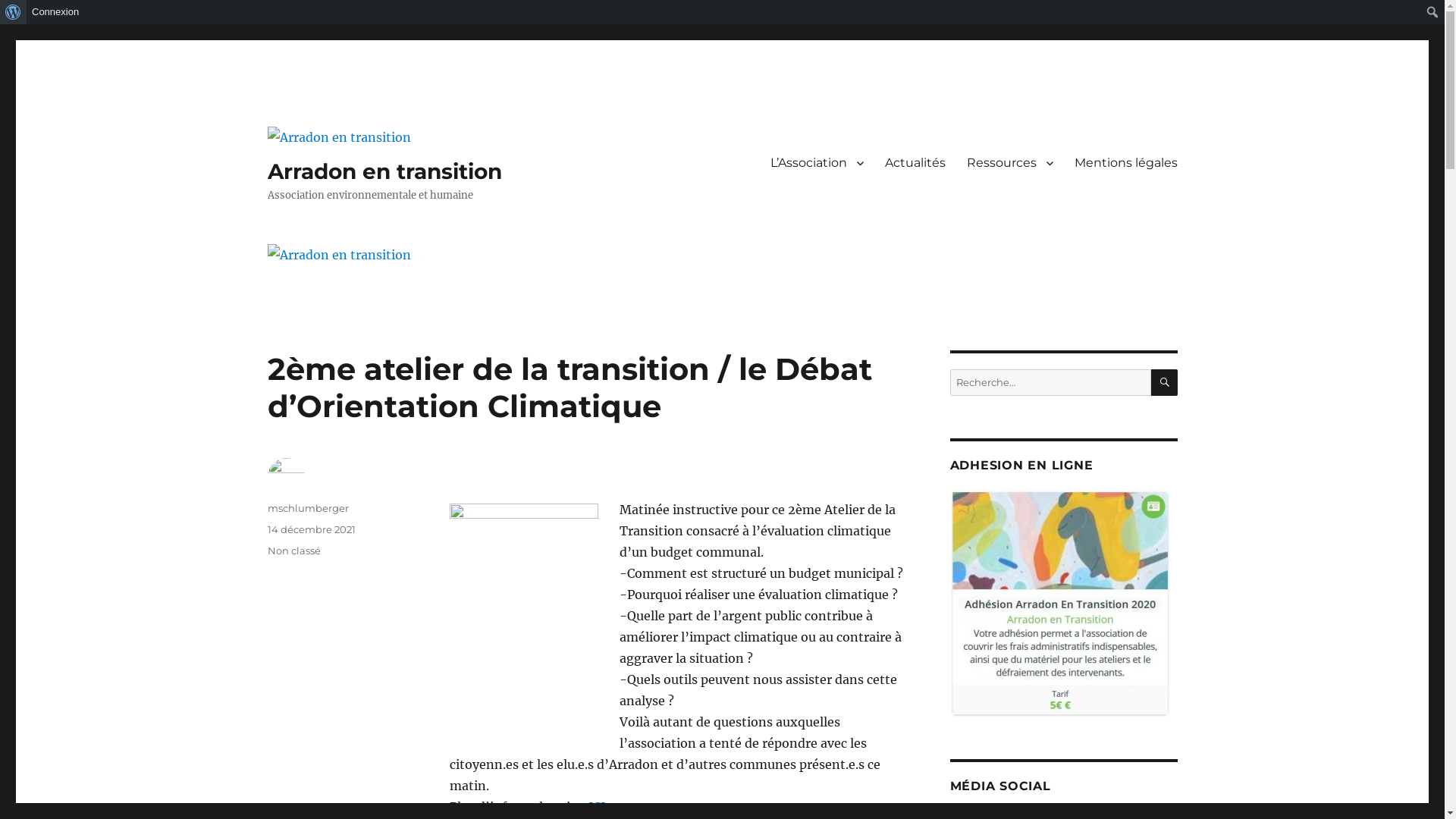  I want to click on 'ICI', so click(596, 806).